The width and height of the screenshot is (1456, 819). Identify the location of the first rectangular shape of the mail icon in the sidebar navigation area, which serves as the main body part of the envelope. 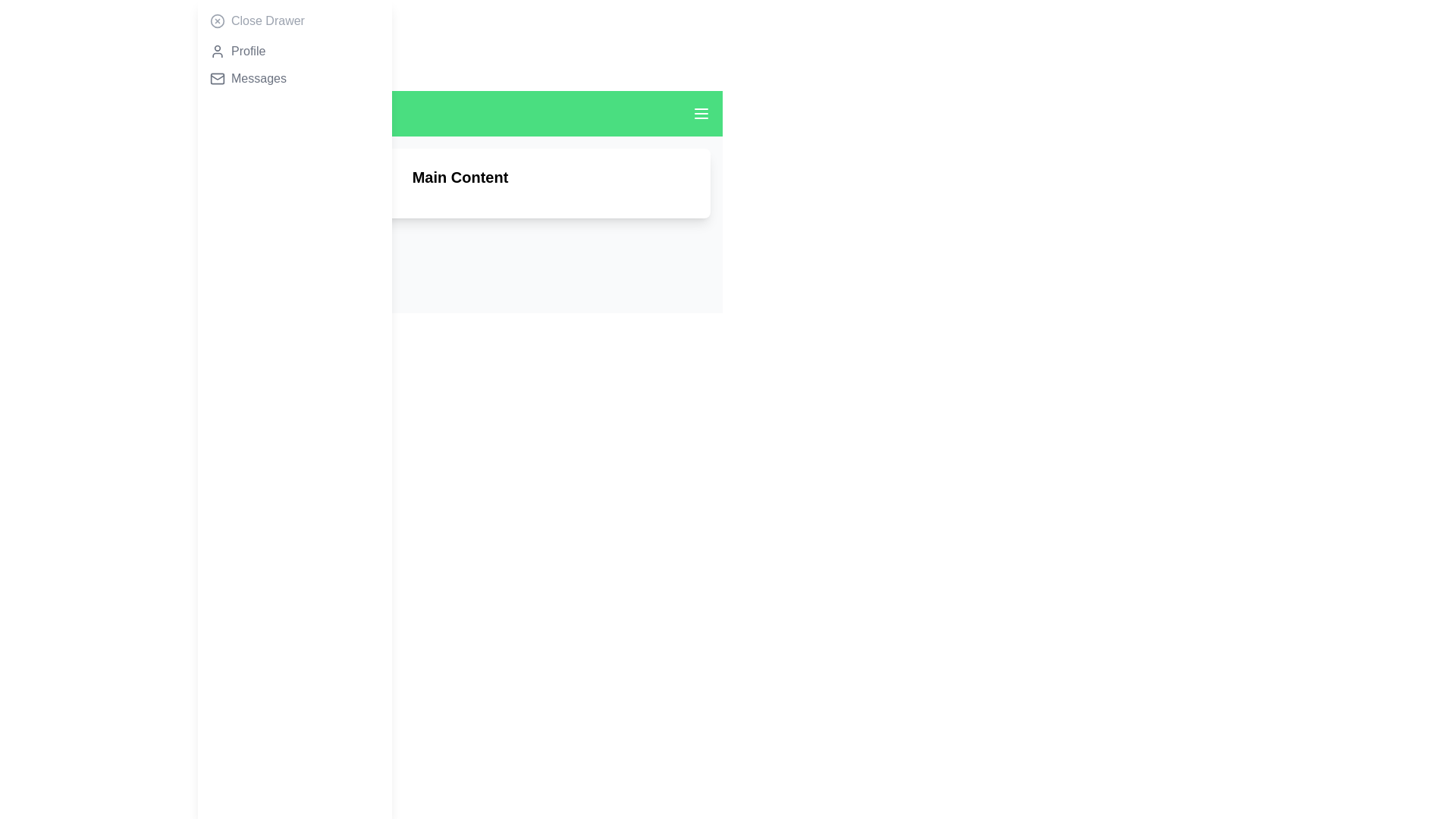
(217, 79).